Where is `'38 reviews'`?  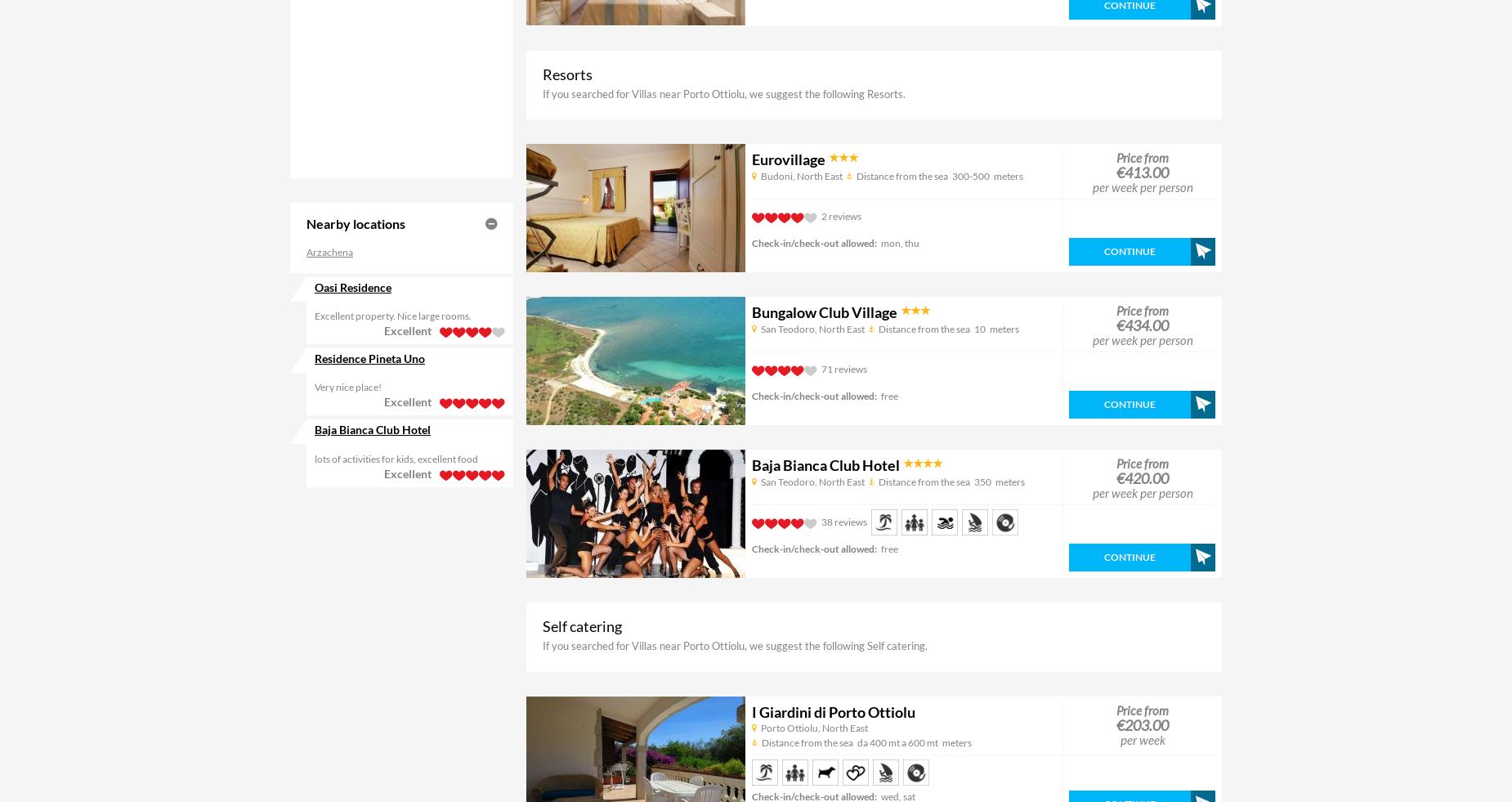 '38 reviews' is located at coordinates (842, 522).